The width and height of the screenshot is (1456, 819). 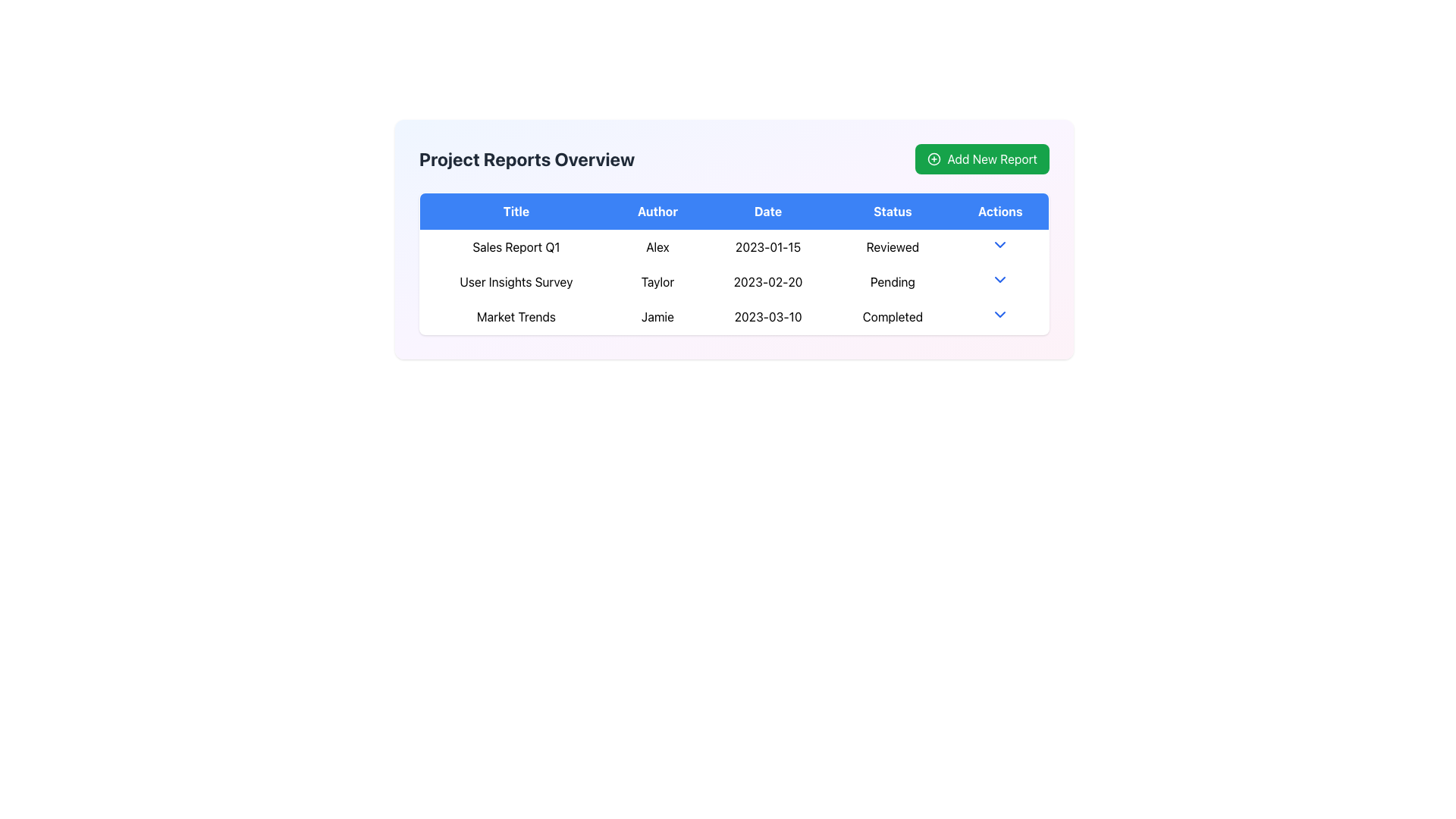 What do you see at coordinates (657, 211) in the screenshot?
I see `the category header label for authors, which is the second element in a row of five within a table-like structure` at bounding box center [657, 211].